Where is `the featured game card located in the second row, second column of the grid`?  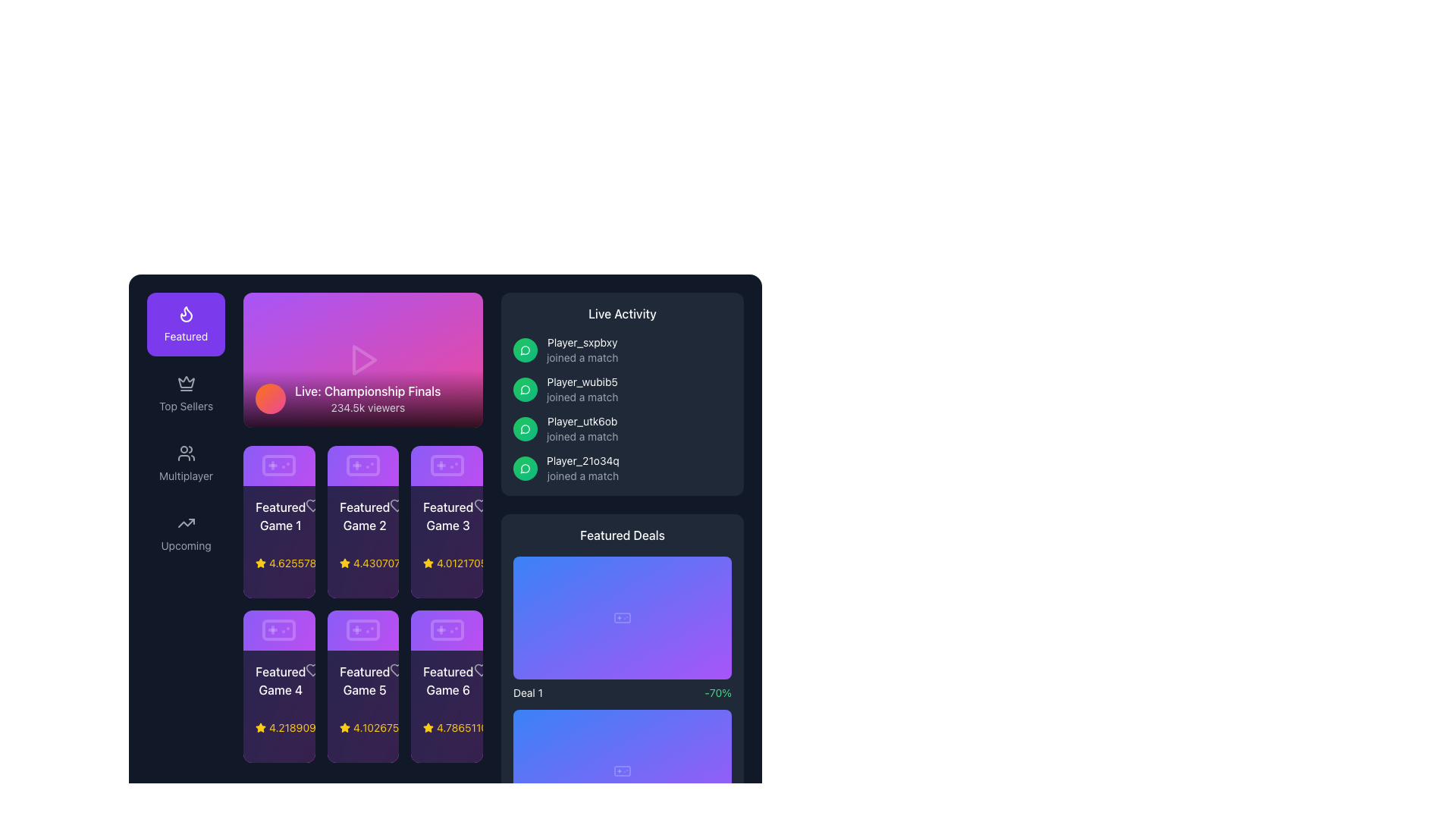
the featured game card located in the second row, second column of the grid is located at coordinates (362, 603).